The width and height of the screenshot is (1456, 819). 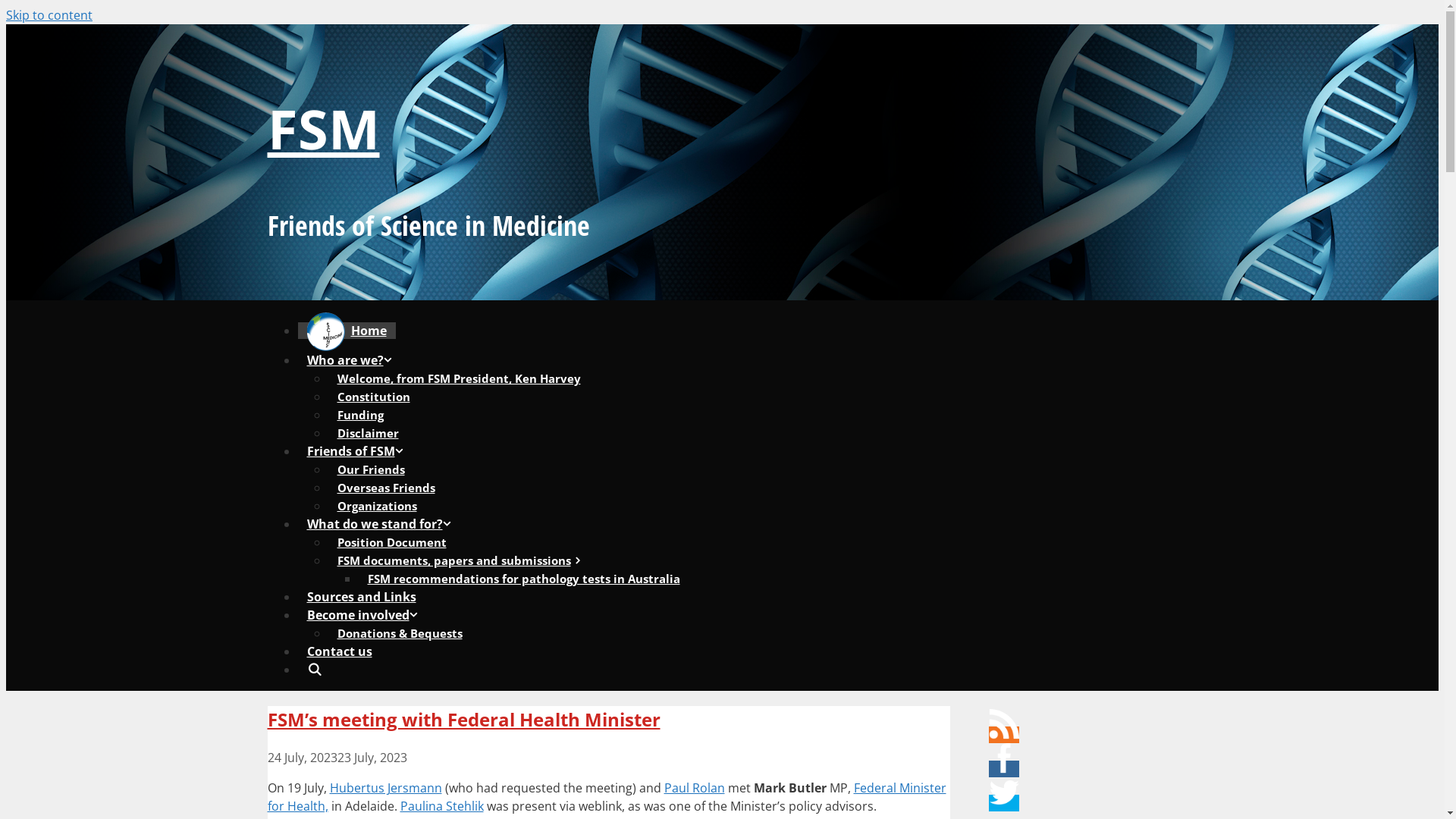 What do you see at coordinates (370, 468) in the screenshot?
I see `'Our Friends'` at bounding box center [370, 468].